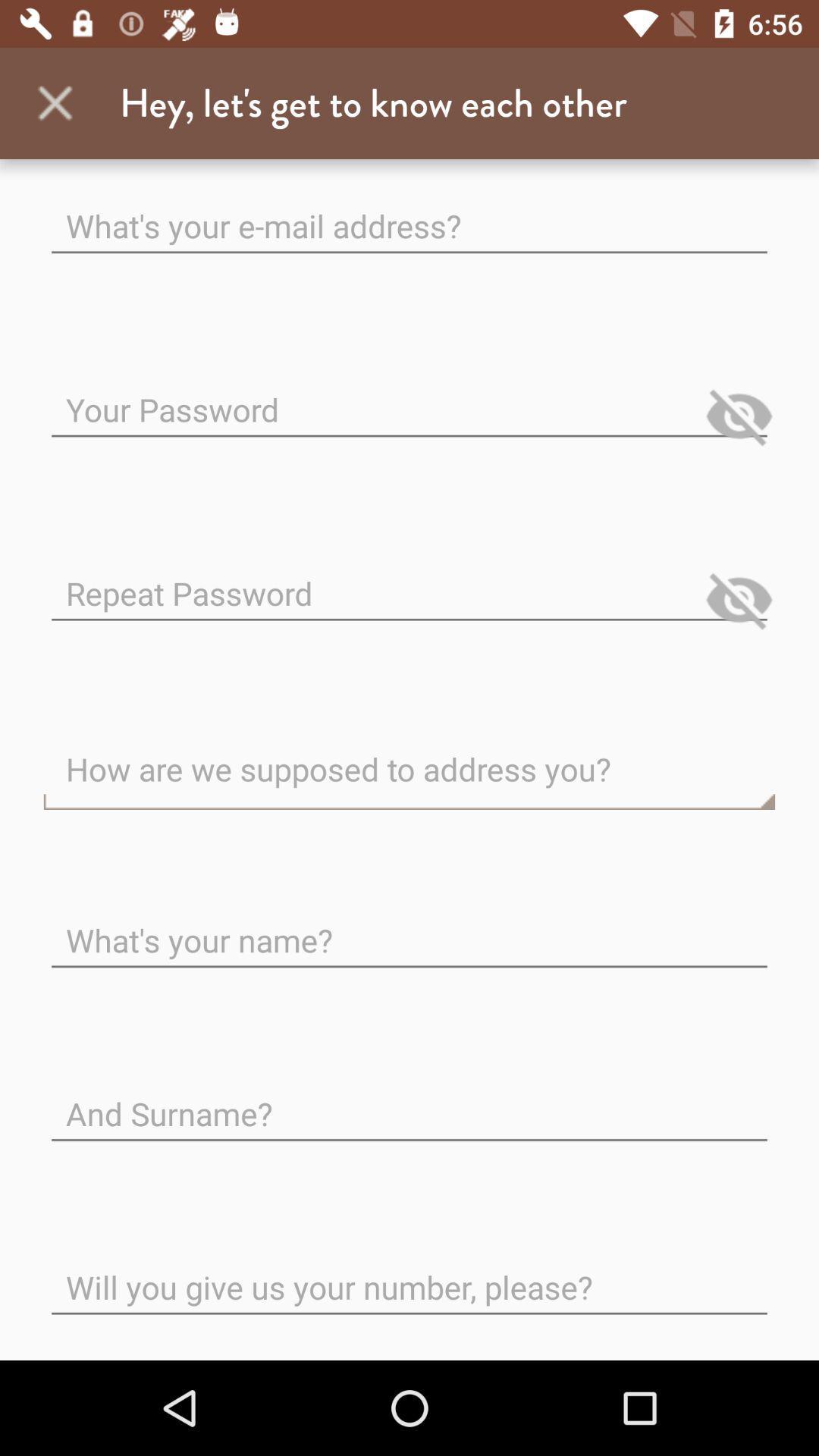 This screenshot has width=819, height=1456. I want to click on option below surname option, so click(409, 1274).